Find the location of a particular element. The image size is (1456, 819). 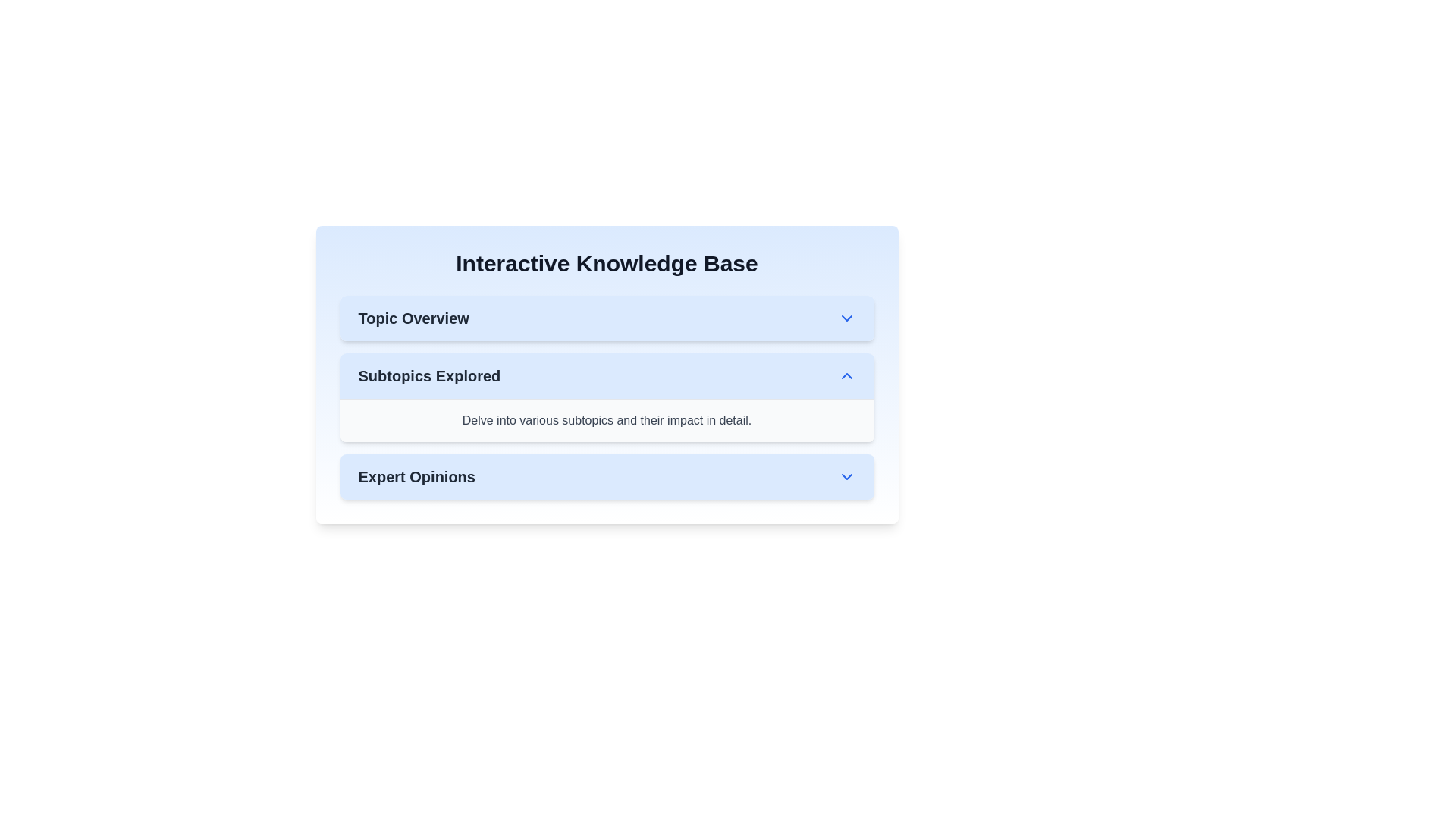

the downward-facing chevron icon, which is styled with sharp edges and colored blue, located on the right side of the 'Topic Overview' section is located at coordinates (846, 318).